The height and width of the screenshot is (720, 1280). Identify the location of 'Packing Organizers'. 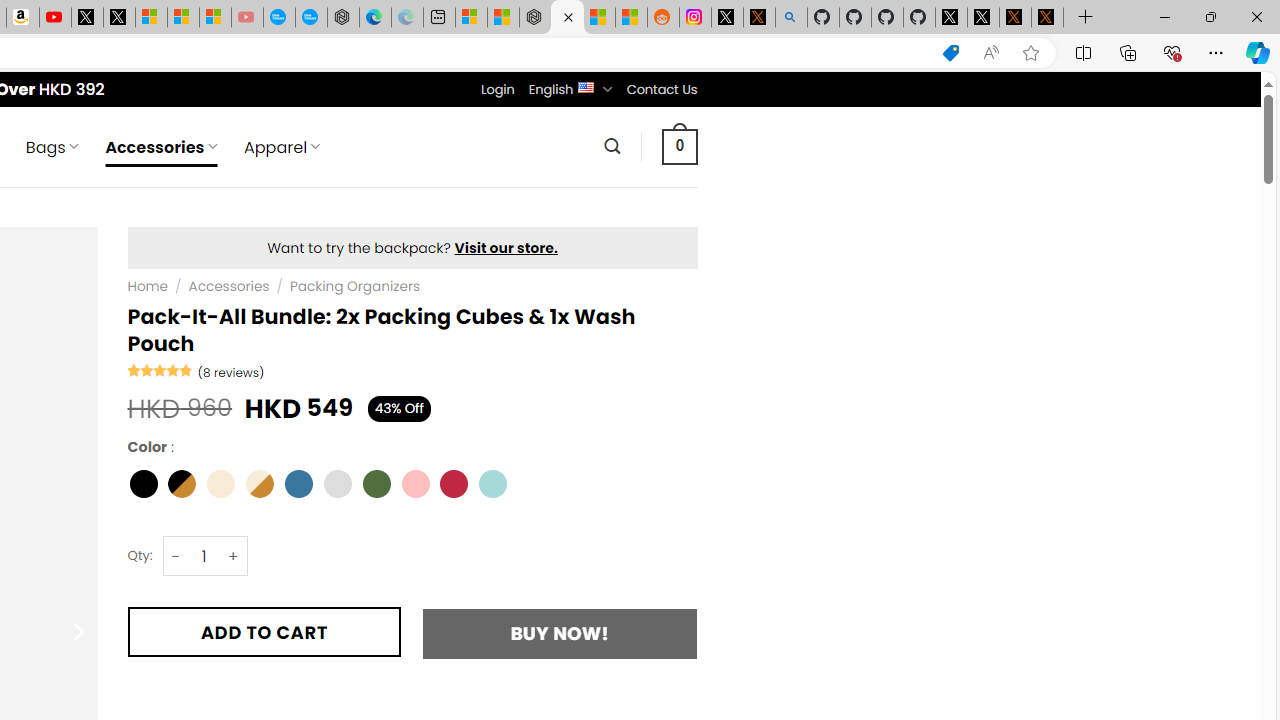
(355, 286).